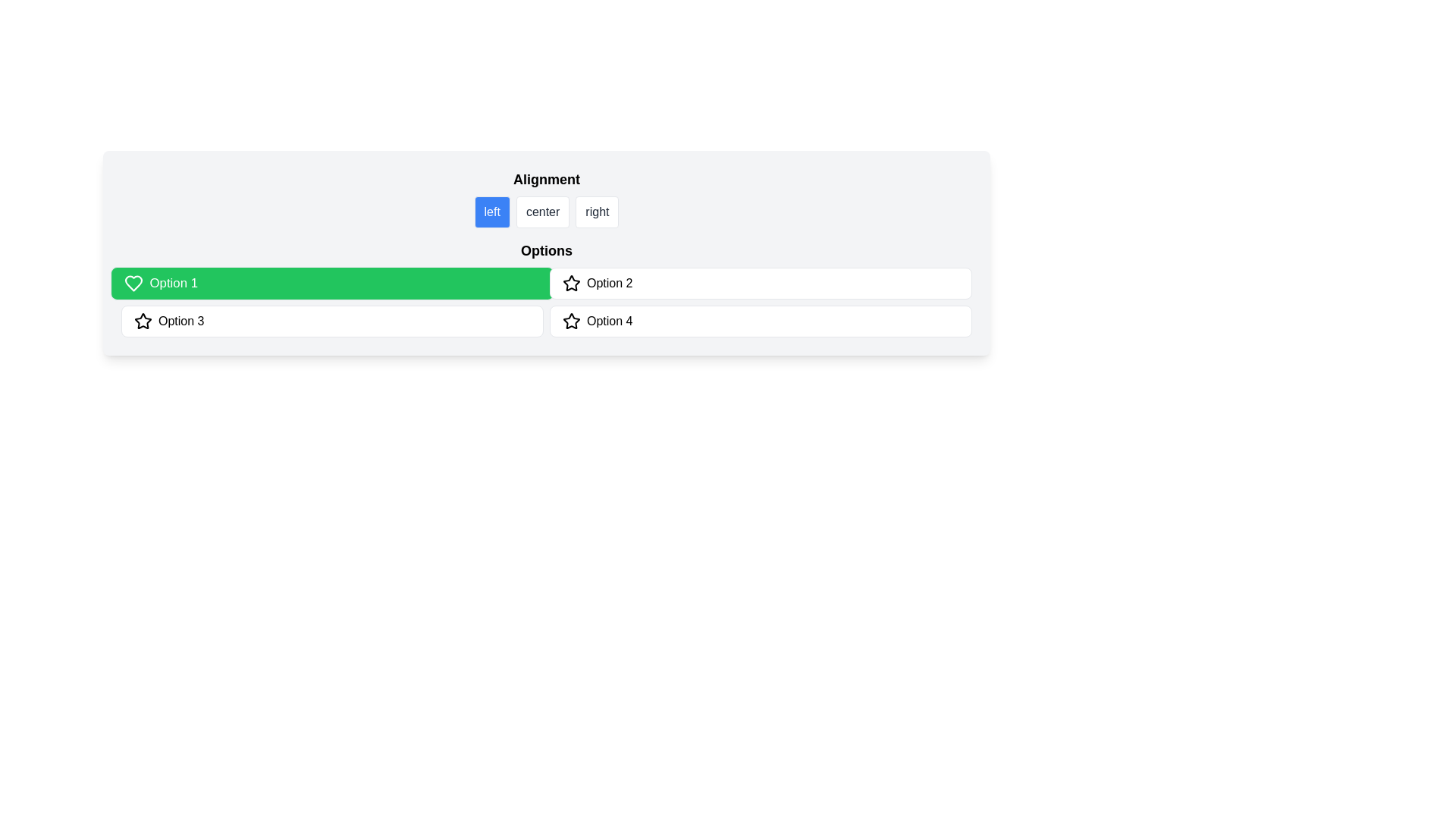 The image size is (1456, 819). What do you see at coordinates (570, 284) in the screenshot?
I see `the decorative or interactive icon associated with 'Option 2', which is located to the left of the text 'Option 2'` at bounding box center [570, 284].